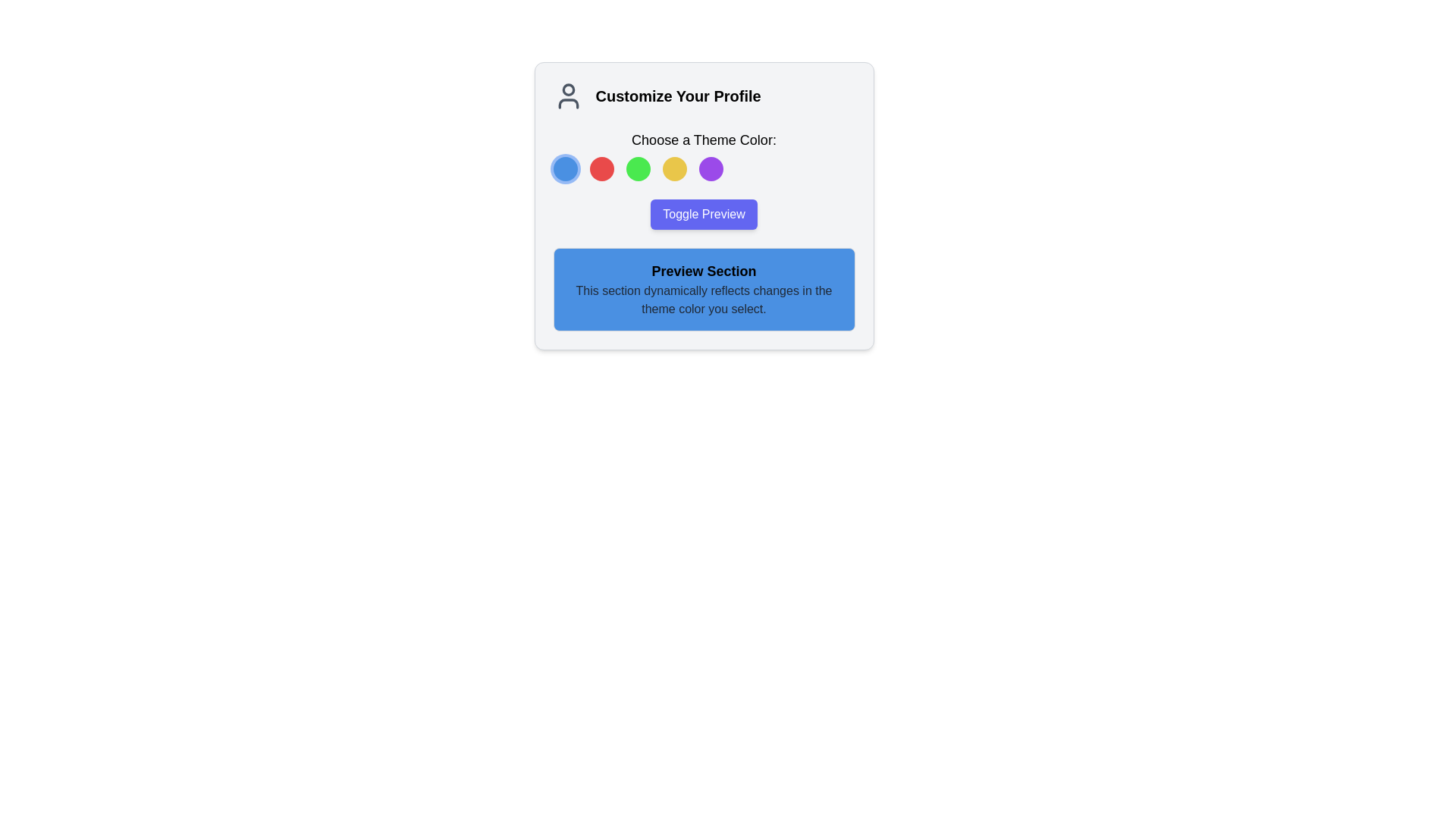 The height and width of the screenshot is (819, 1456). Describe the element at coordinates (703, 300) in the screenshot. I see `the Static Text Block that displays the message 'This section dynamically reflects changes in the theme color you select.' which is styled in gray and located within a blue preview area below the title 'Preview Section'` at that location.